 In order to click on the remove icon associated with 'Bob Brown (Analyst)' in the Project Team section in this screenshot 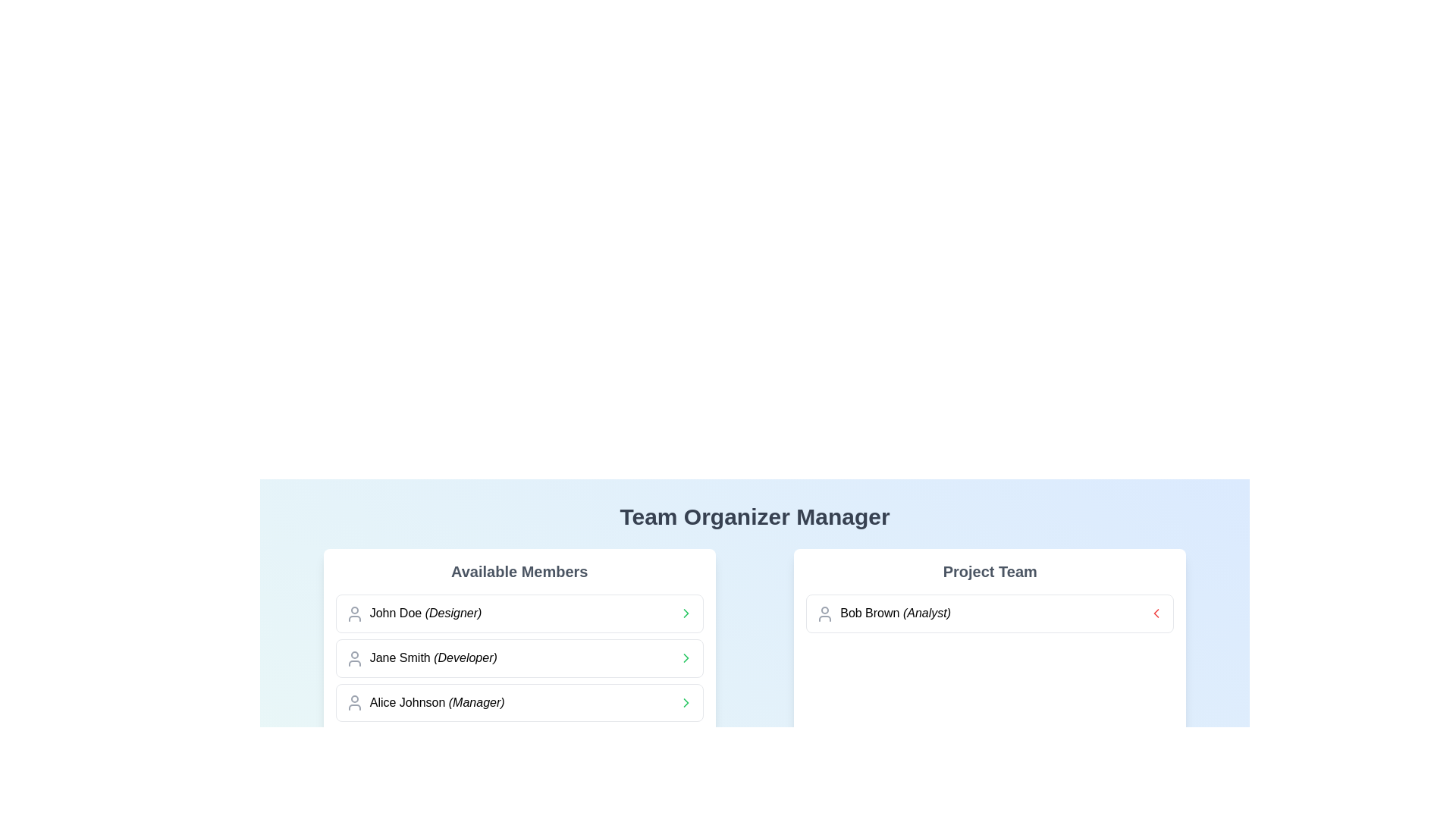, I will do `click(1156, 613)`.